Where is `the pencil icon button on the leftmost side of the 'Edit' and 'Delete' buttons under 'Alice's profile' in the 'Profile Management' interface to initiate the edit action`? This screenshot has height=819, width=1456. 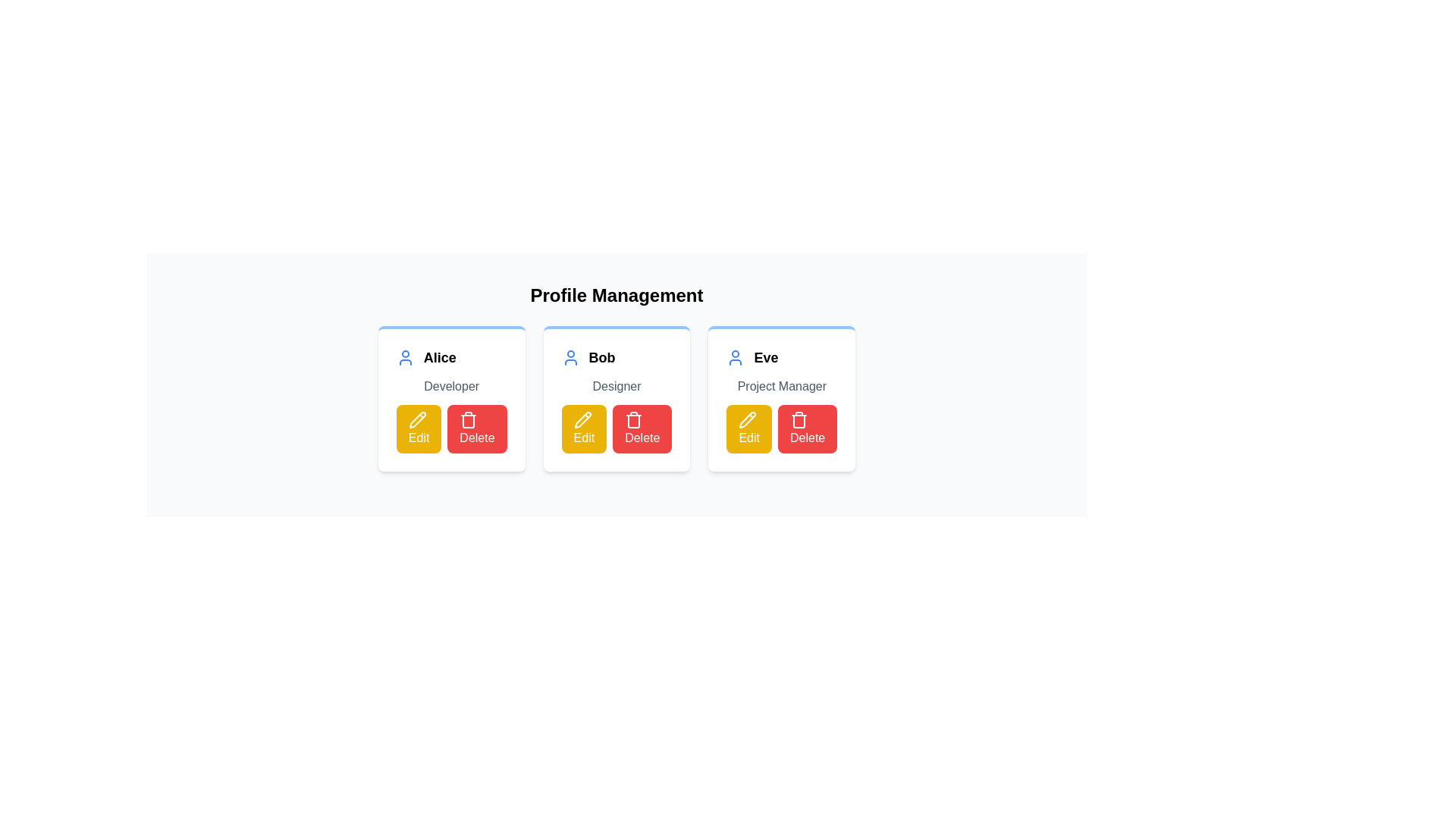
the pencil icon button on the leftmost side of the 'Edit' and 'Delete' buttons under 'Alice's profile' in the 'Profile Management' interface to initiate the edit action is located at coordinates (417, 420).